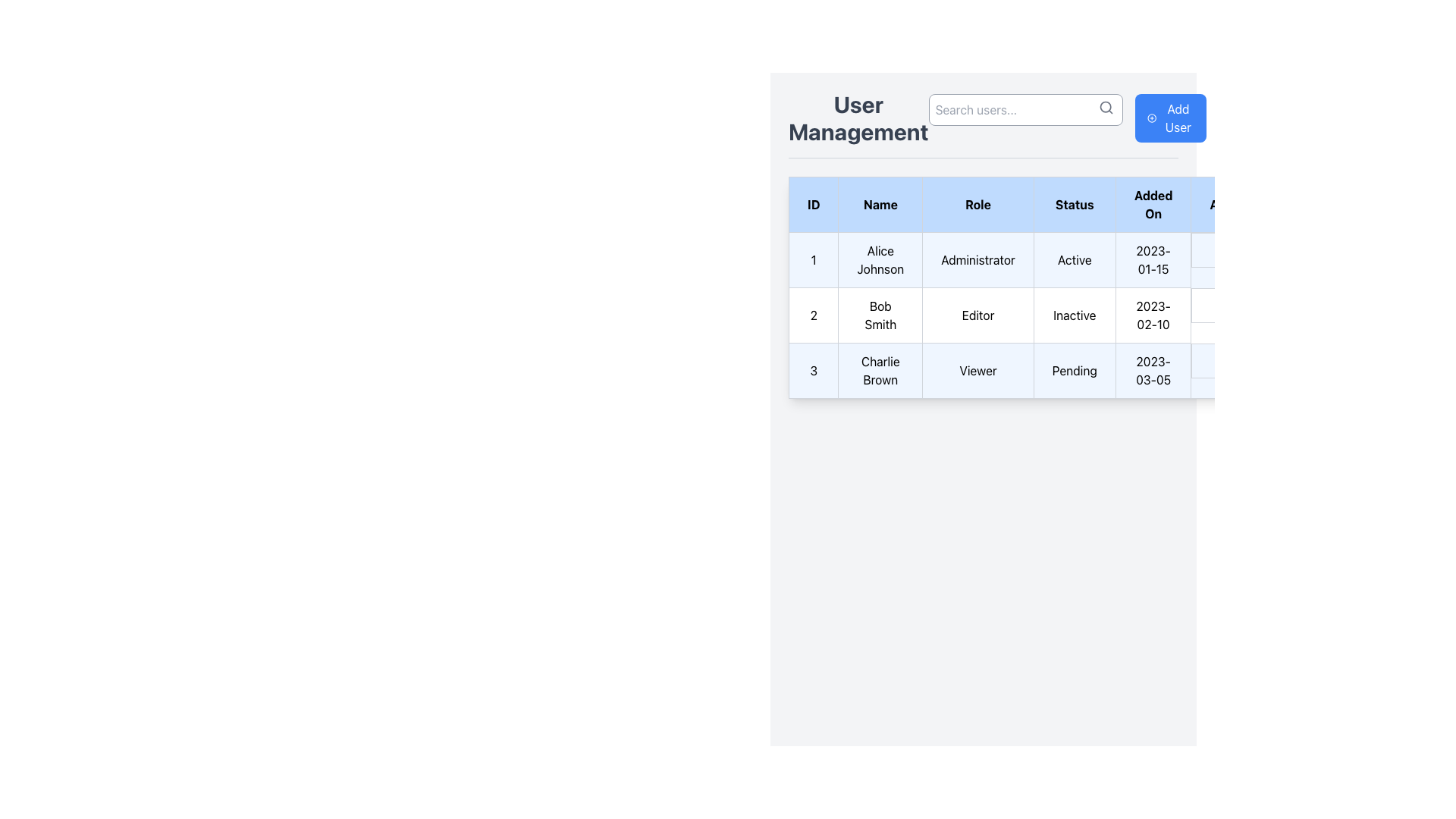  Describe the element at coordinates (1153, 371) in the screenshot. I see `the fifth cell in the row for 'Charlie Brown' in the 'User Management' table, which displays the date '2023-03-05'` at that location.